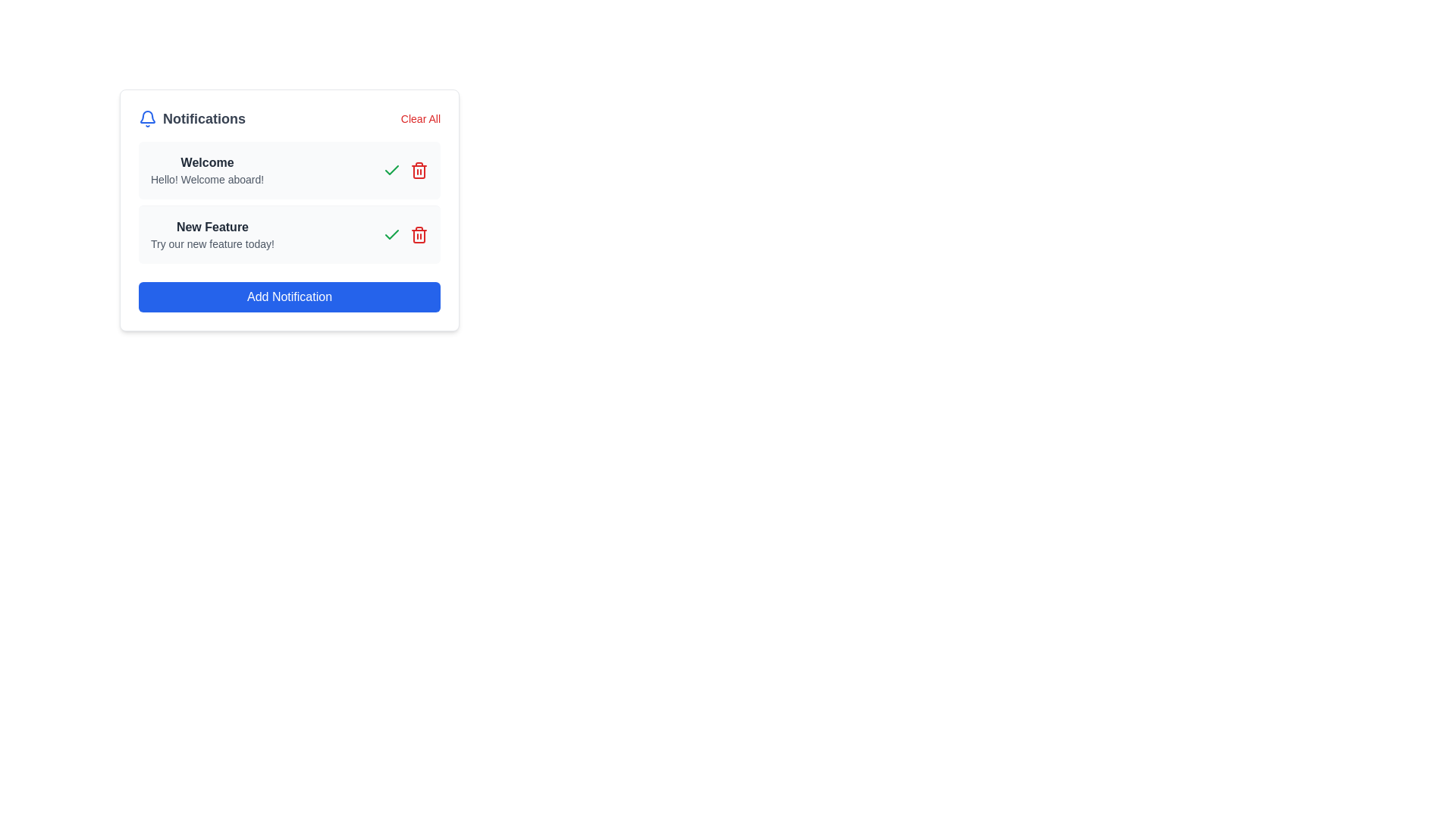 The image size is (1456, 819). I want to click on the checkmark icon within the 'Welcome' notification card to mark the notification as seen or completed, so click(392, 170).